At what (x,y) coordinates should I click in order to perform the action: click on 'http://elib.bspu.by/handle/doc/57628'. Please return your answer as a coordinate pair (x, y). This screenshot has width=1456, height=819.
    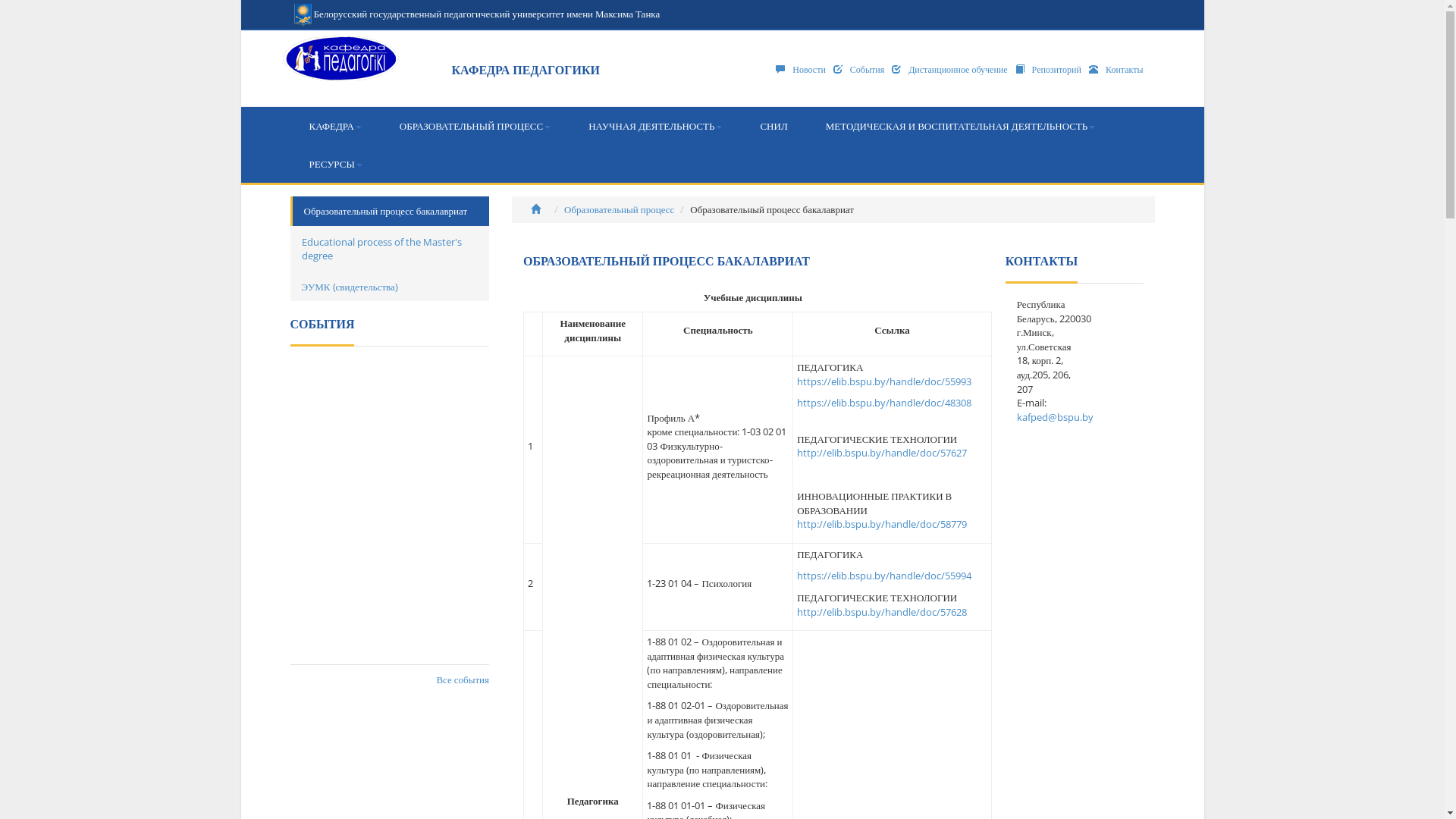
    Looking at the image, I should click on (881, 610).